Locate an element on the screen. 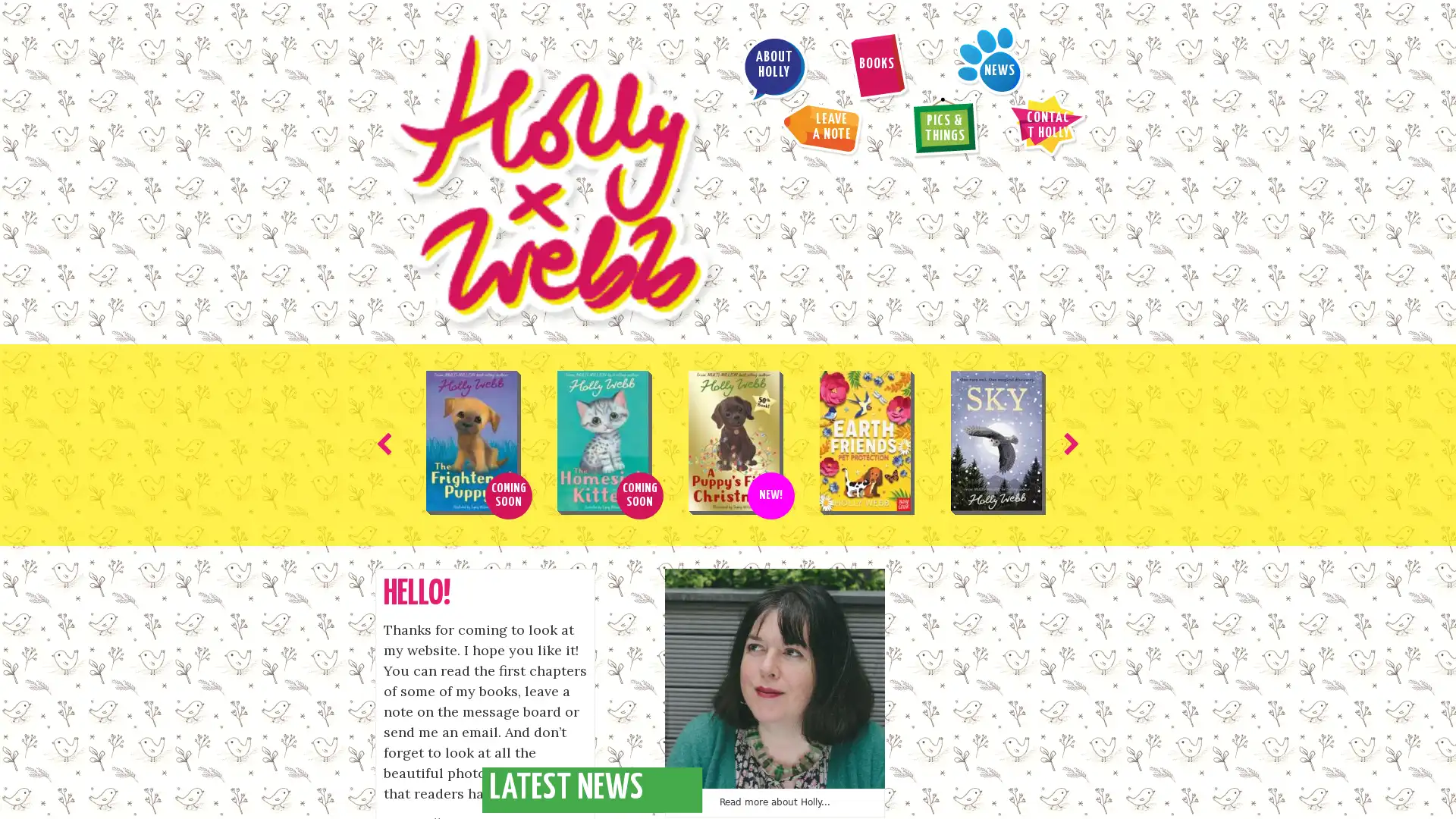  Next is located at coordinates (815, 769).